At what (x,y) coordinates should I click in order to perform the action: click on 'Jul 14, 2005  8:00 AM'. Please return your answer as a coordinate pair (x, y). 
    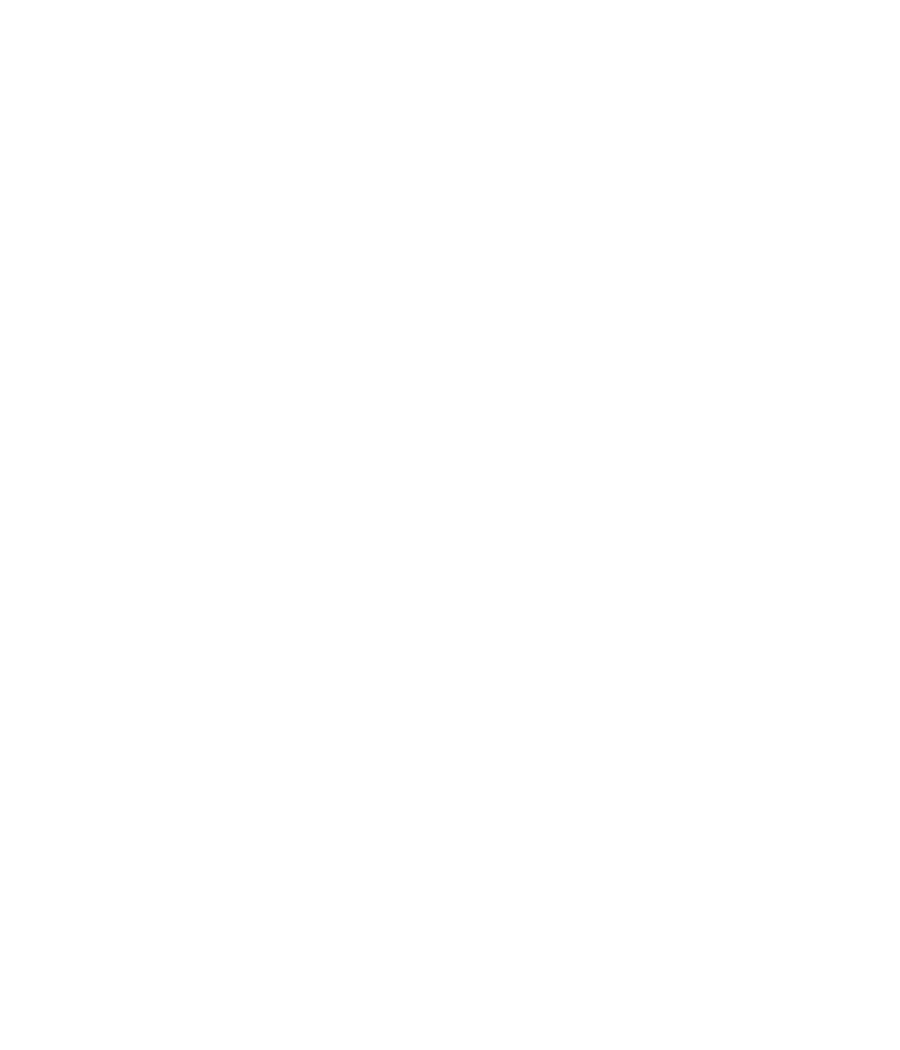
    Looking at the image, I should click on (113, 154).